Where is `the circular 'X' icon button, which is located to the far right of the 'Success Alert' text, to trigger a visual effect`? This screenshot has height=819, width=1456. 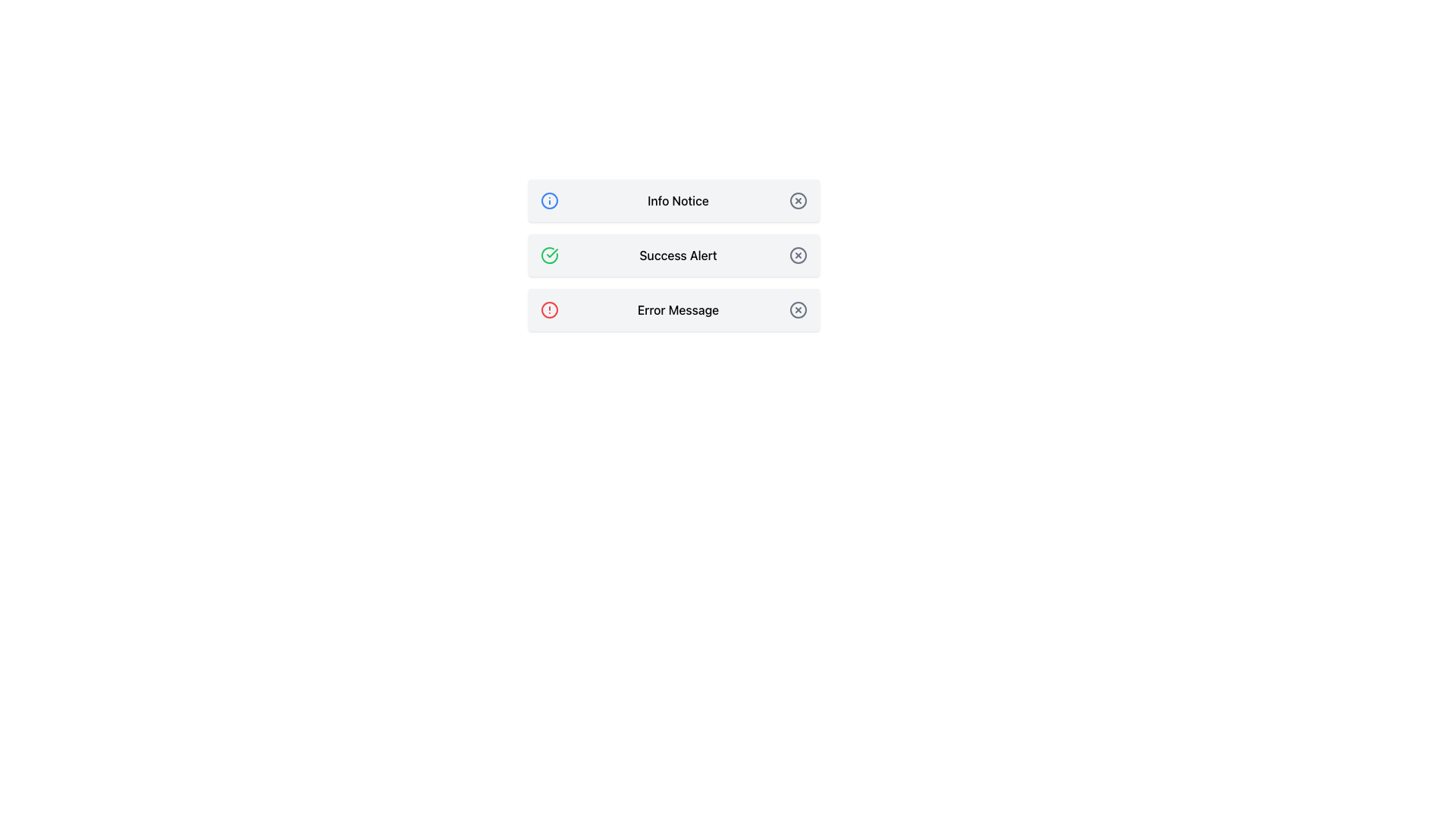 the circular 'X' icon button, which is located to the far right of the 'Success Alert' text, to trigger a visual effect is located at coordinates (797, 254).